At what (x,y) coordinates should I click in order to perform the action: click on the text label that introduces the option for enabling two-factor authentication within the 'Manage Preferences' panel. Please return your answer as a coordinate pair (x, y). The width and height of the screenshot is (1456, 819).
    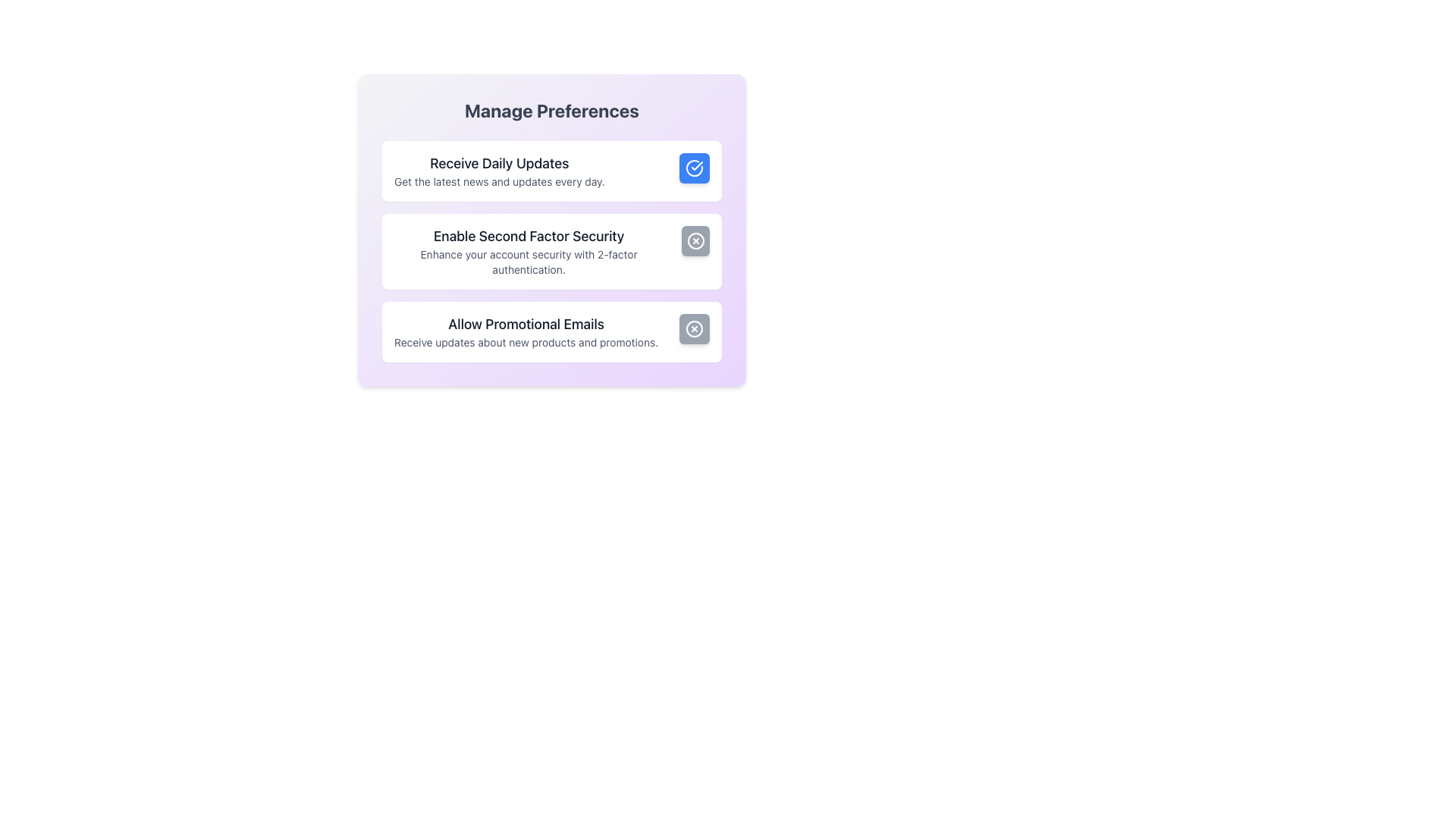
    Looking at the image, I should click on (529, 237).